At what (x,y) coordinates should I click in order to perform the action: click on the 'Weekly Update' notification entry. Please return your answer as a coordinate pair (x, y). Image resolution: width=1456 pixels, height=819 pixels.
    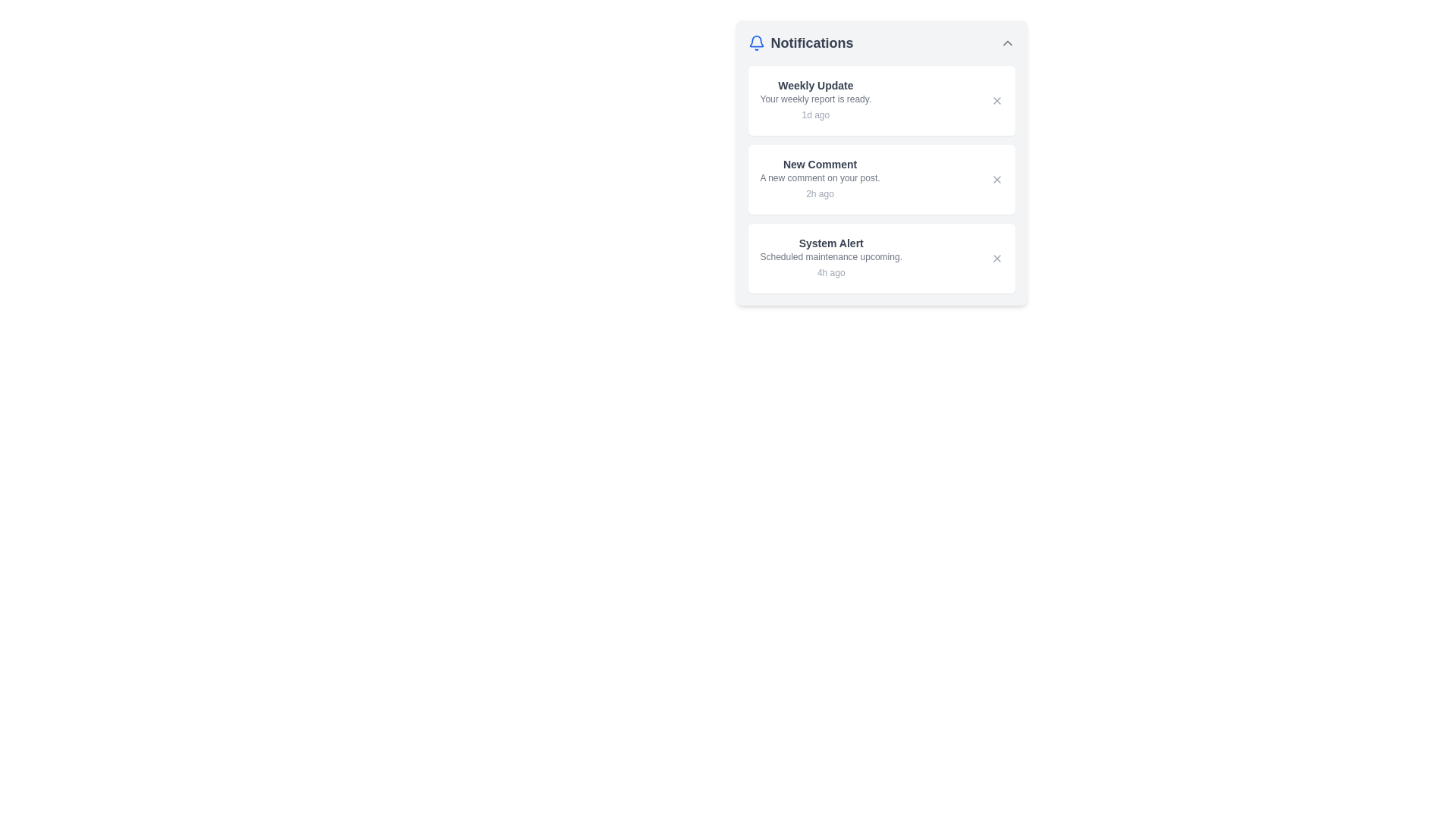
    Looking at the image, I should click on (814, 100).